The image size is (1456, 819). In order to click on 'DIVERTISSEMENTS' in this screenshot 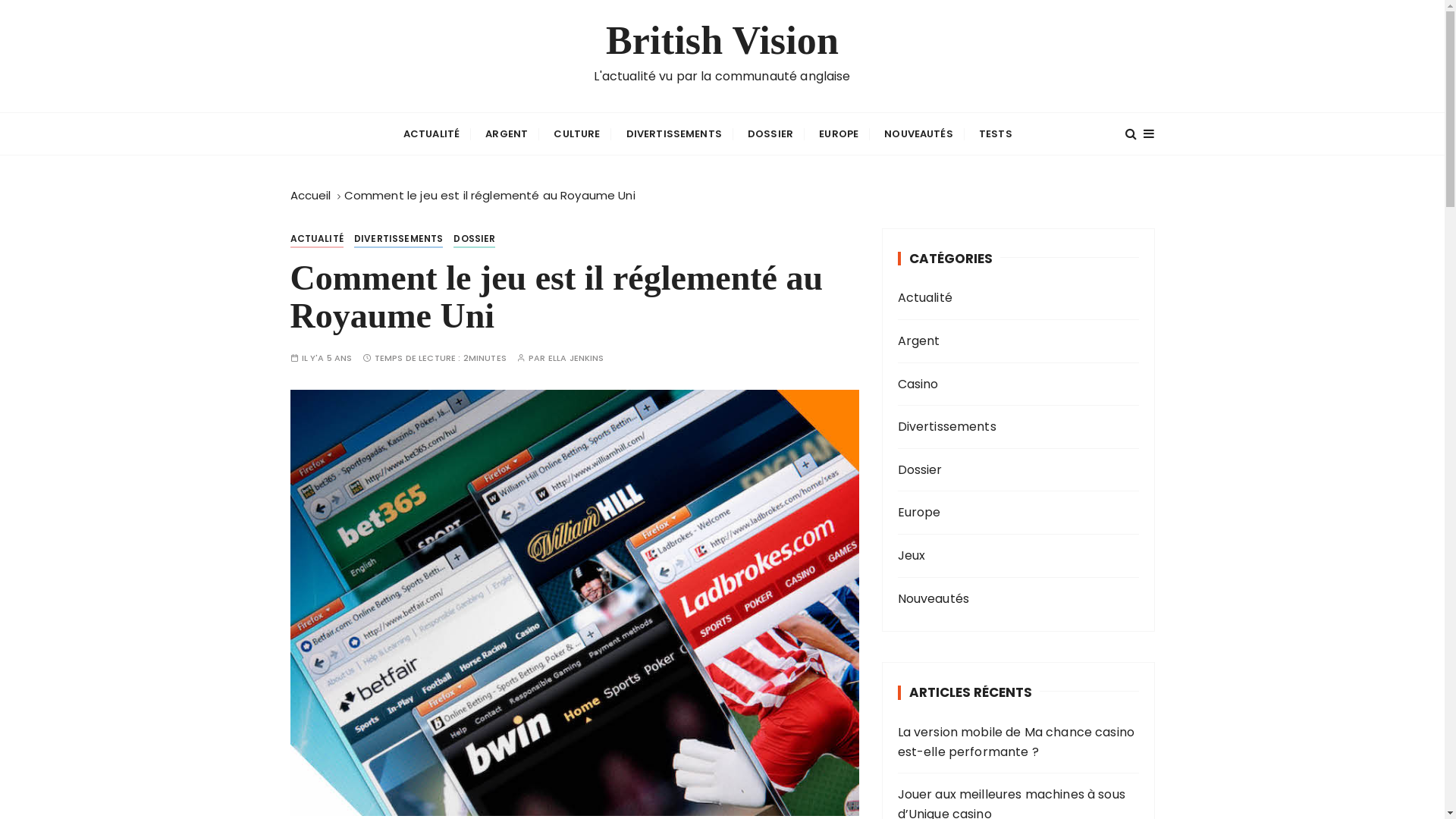, I will do `click(353, 239)`.